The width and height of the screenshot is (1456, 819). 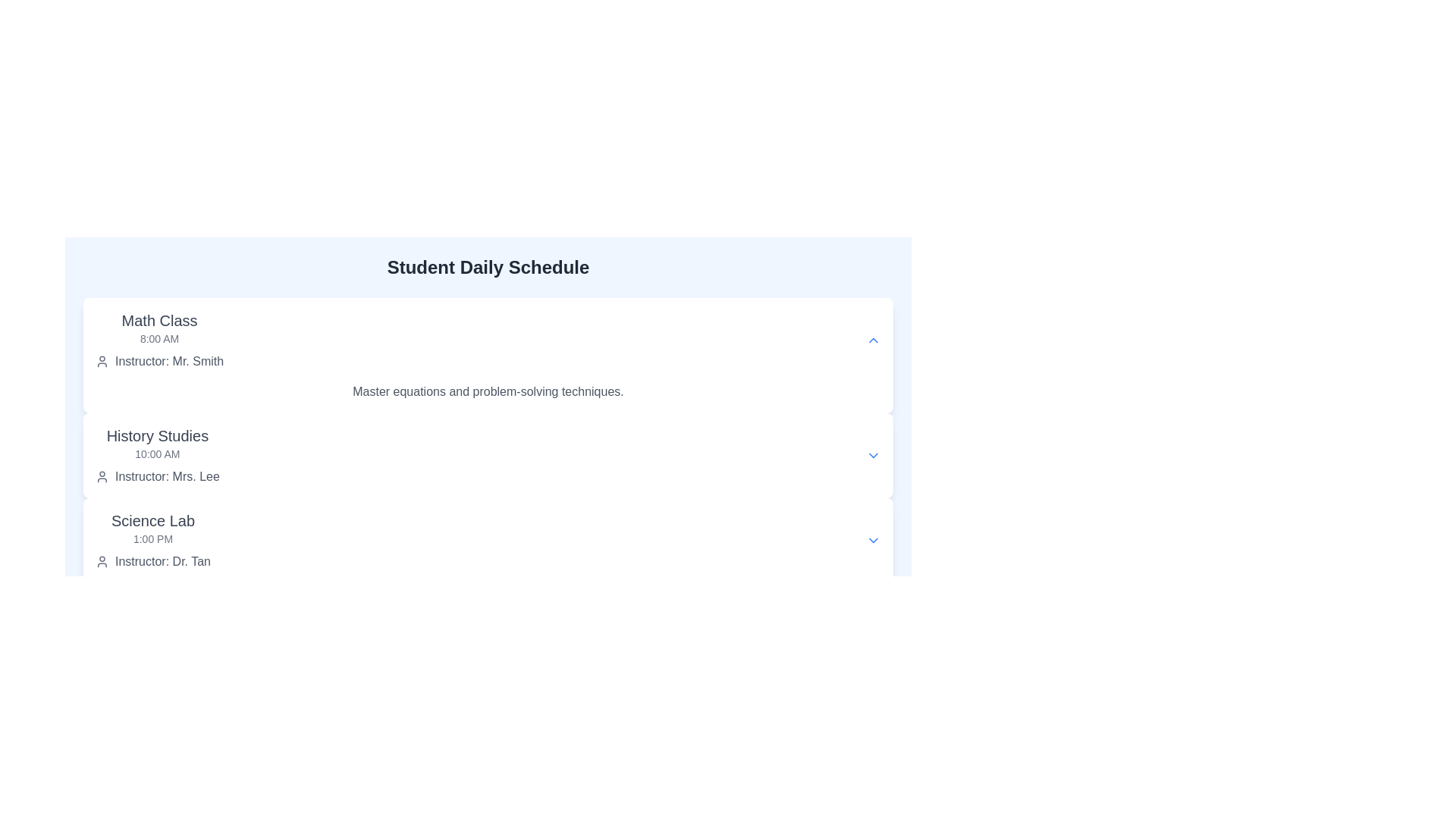 What do you see at coordinates (167, 475) in the screenshot?
I see `the text label displaying 'Instructor: Mrs. Lee' styled in gray color, located under the 'History Studies' section, positioned to the right of a circular user icon` at bounding box center [167, 475].